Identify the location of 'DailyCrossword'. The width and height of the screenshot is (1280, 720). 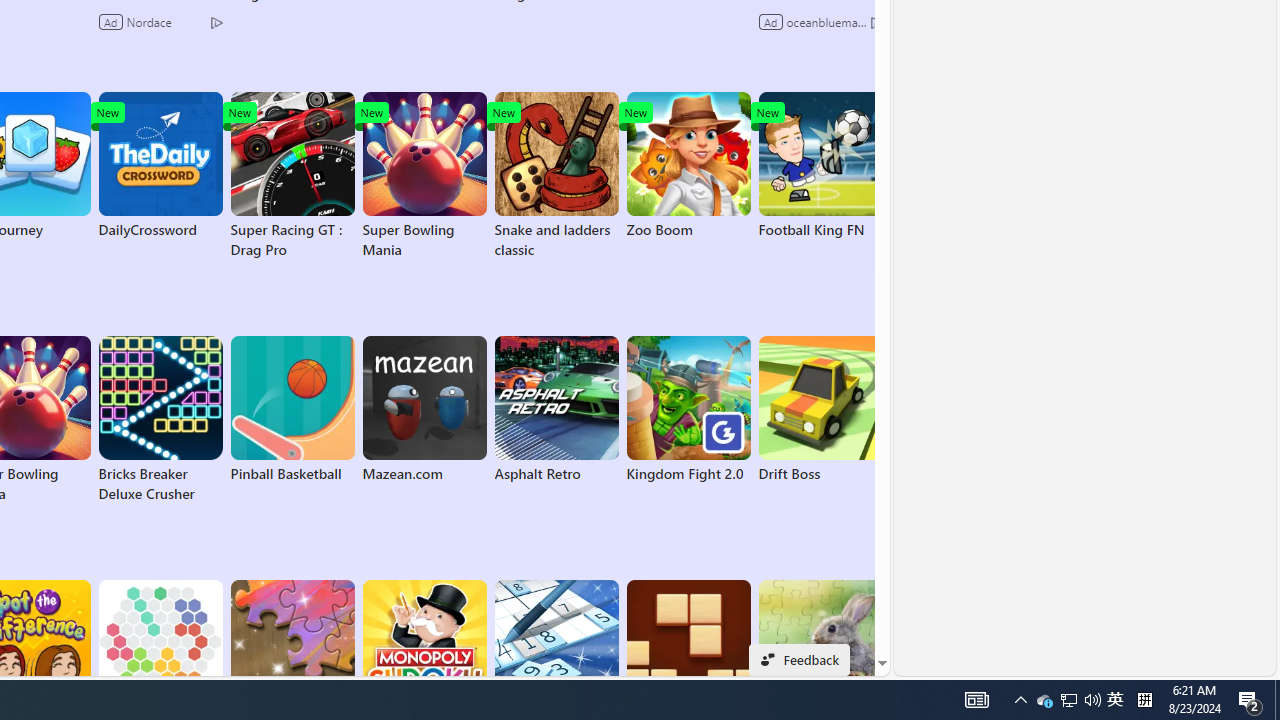
(160, 164).